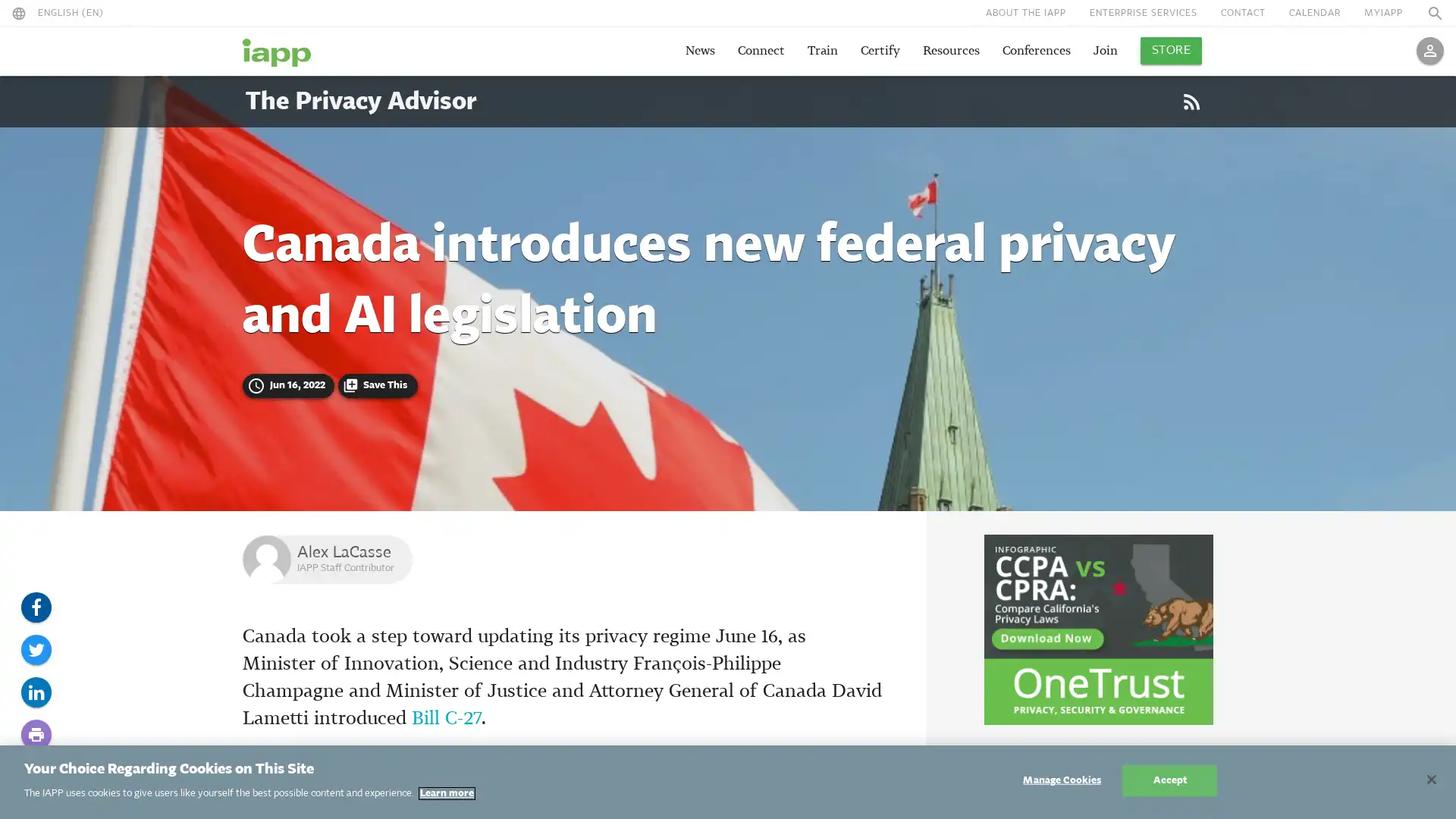 The height and width of the screenshot is (819, 1456). What do you see at coordinates (1061, 780) in the screenshot?
I see `Manage Cookies` at bounding box center [1061, 780].